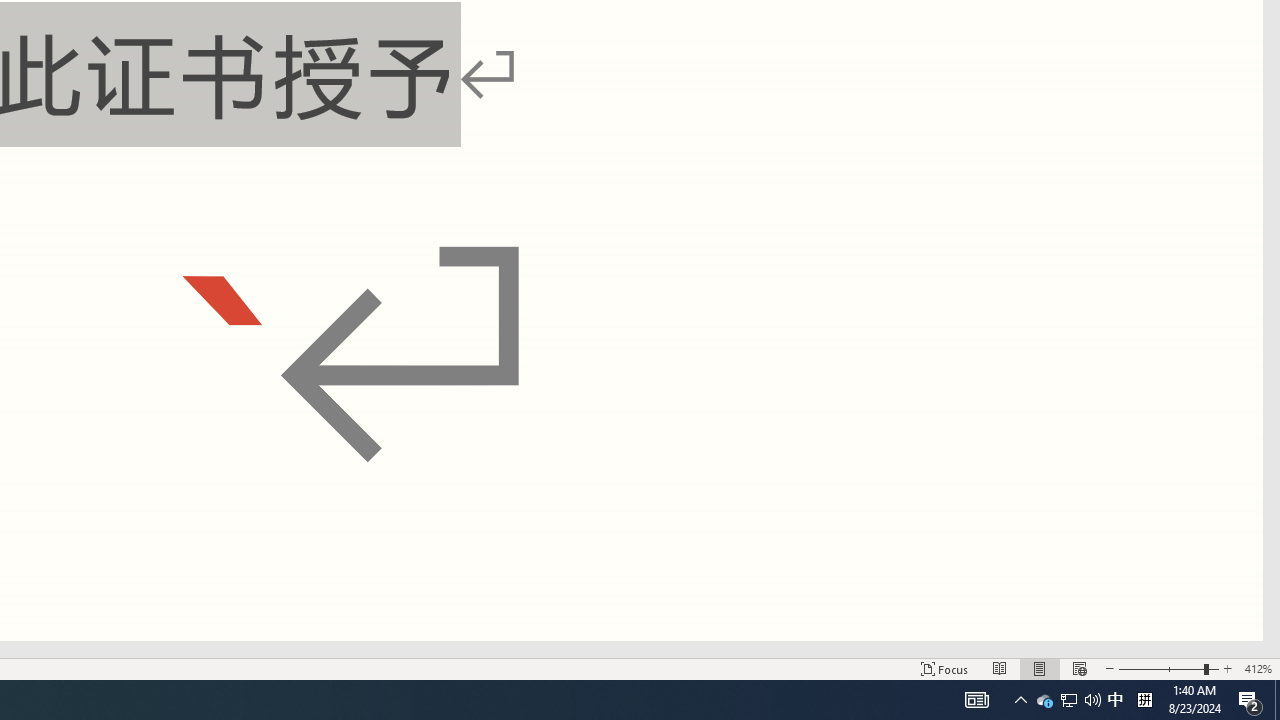 Image resolution: width=1280 pixels, height=720 pixels. Describe the element at coordinates (1161, 669) in the screenshot. I see `'Zoom Out'` at that location.